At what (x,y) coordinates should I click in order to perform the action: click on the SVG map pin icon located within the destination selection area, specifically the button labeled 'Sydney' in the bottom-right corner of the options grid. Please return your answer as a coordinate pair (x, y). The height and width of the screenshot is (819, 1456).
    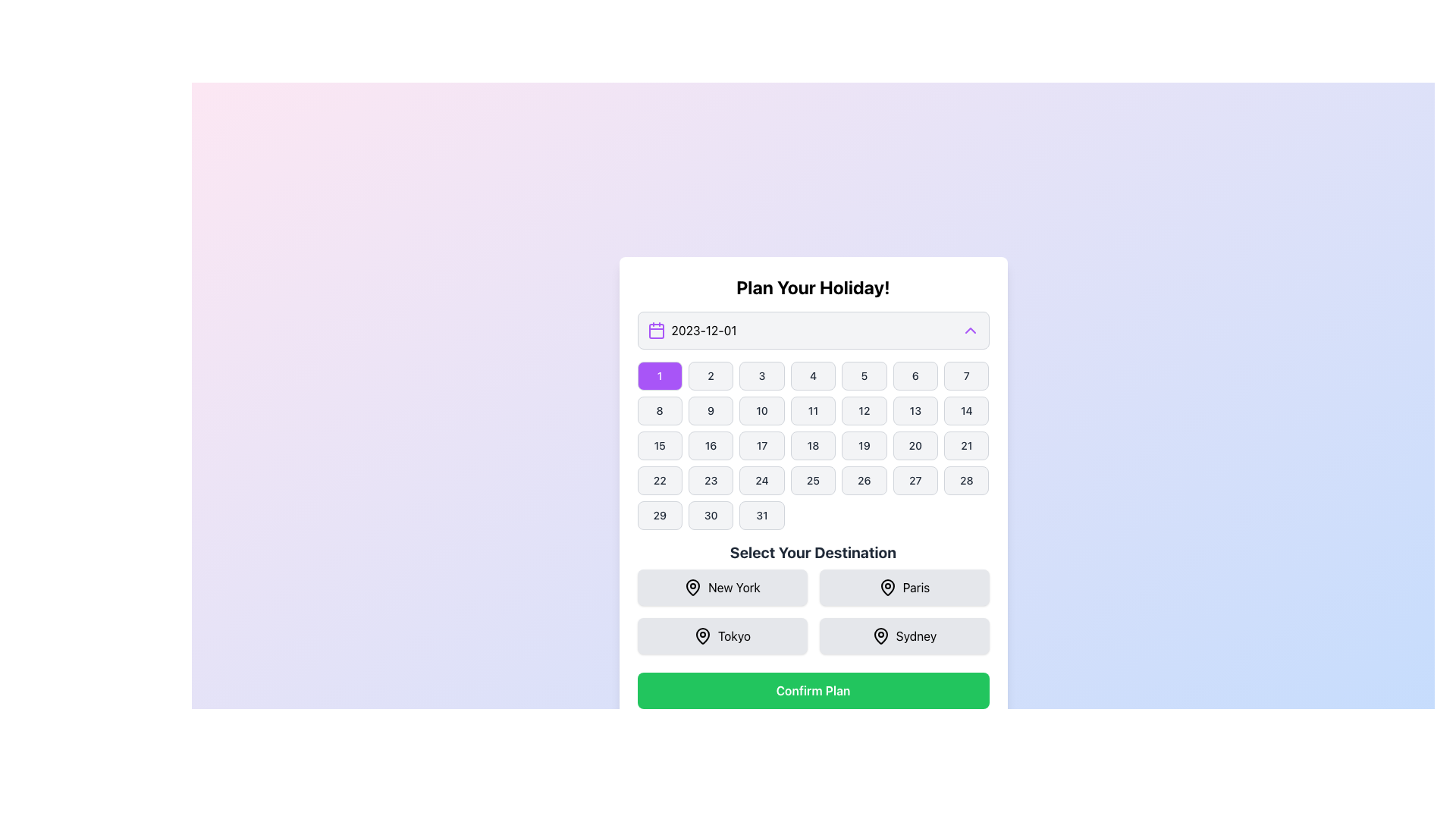
    Looking at the image, I should click on (880, 636).